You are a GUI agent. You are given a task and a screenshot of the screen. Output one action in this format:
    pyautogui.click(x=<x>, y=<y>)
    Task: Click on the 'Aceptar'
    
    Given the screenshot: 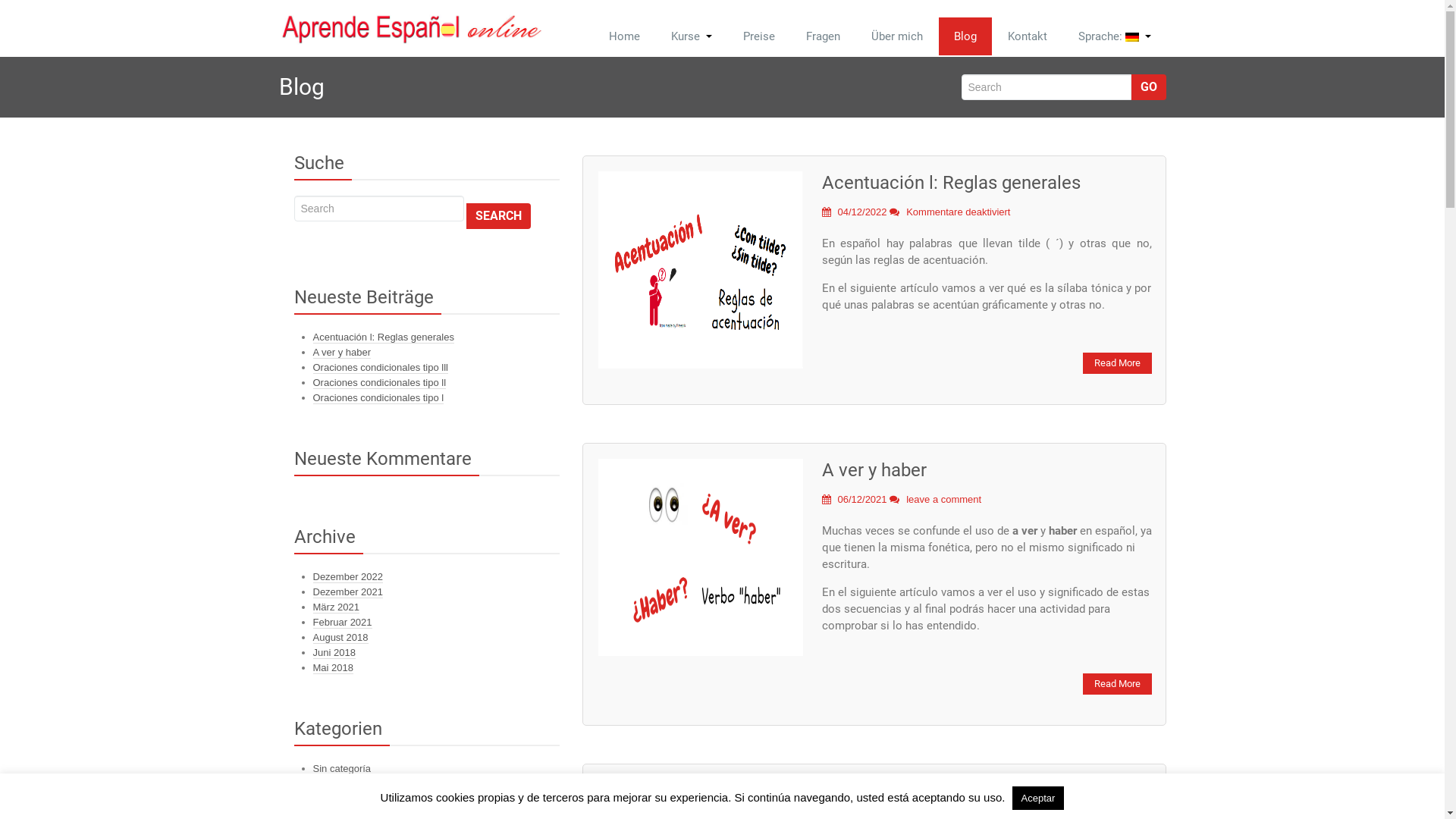 What is the action you would take?
    pyautogui.click(x=1037, y=797)
    